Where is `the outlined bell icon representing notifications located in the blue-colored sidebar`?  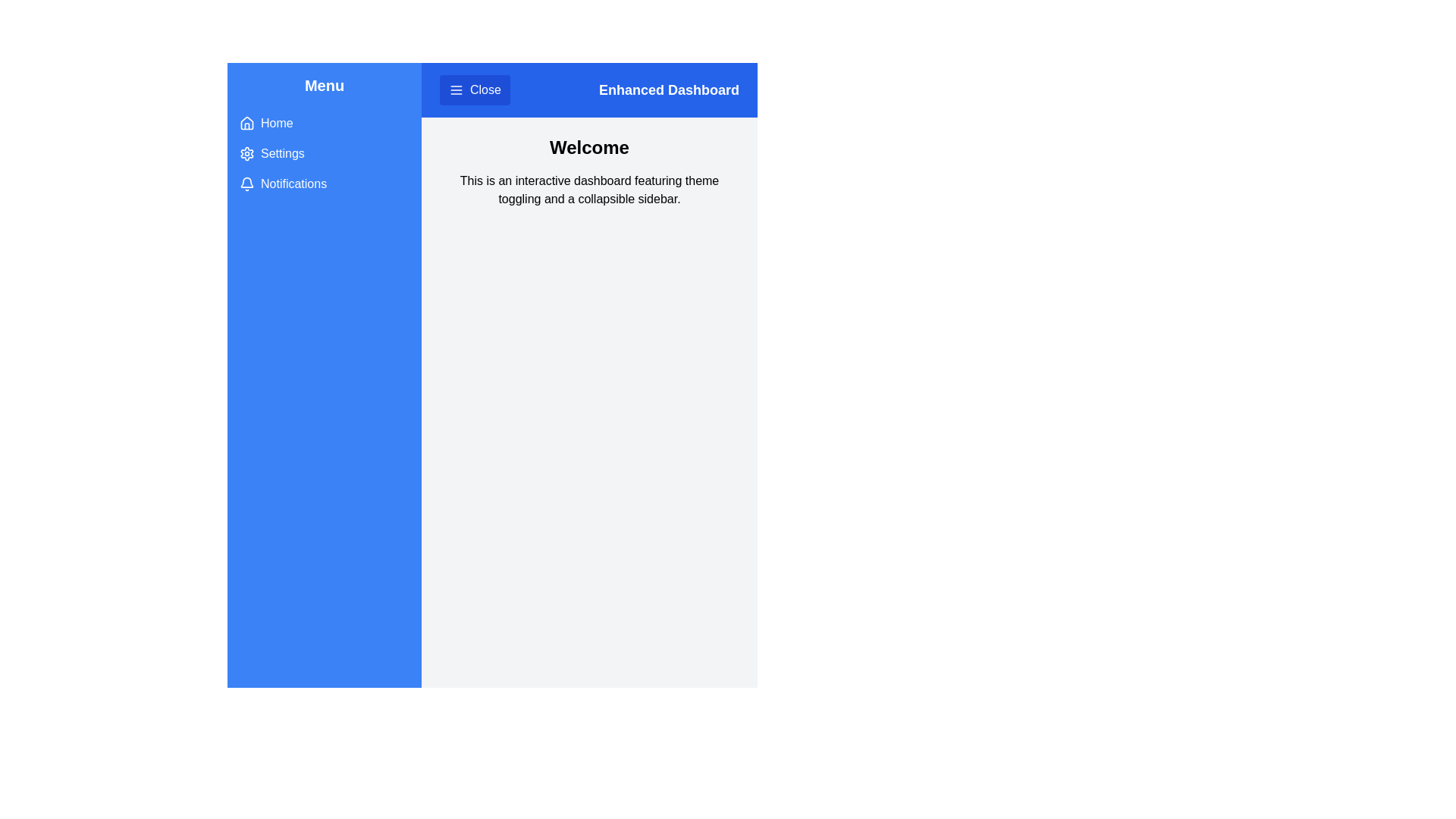
the outlined bell icon representing notifications located in the blue-colored sidebar is located at coordinates (247, 184).